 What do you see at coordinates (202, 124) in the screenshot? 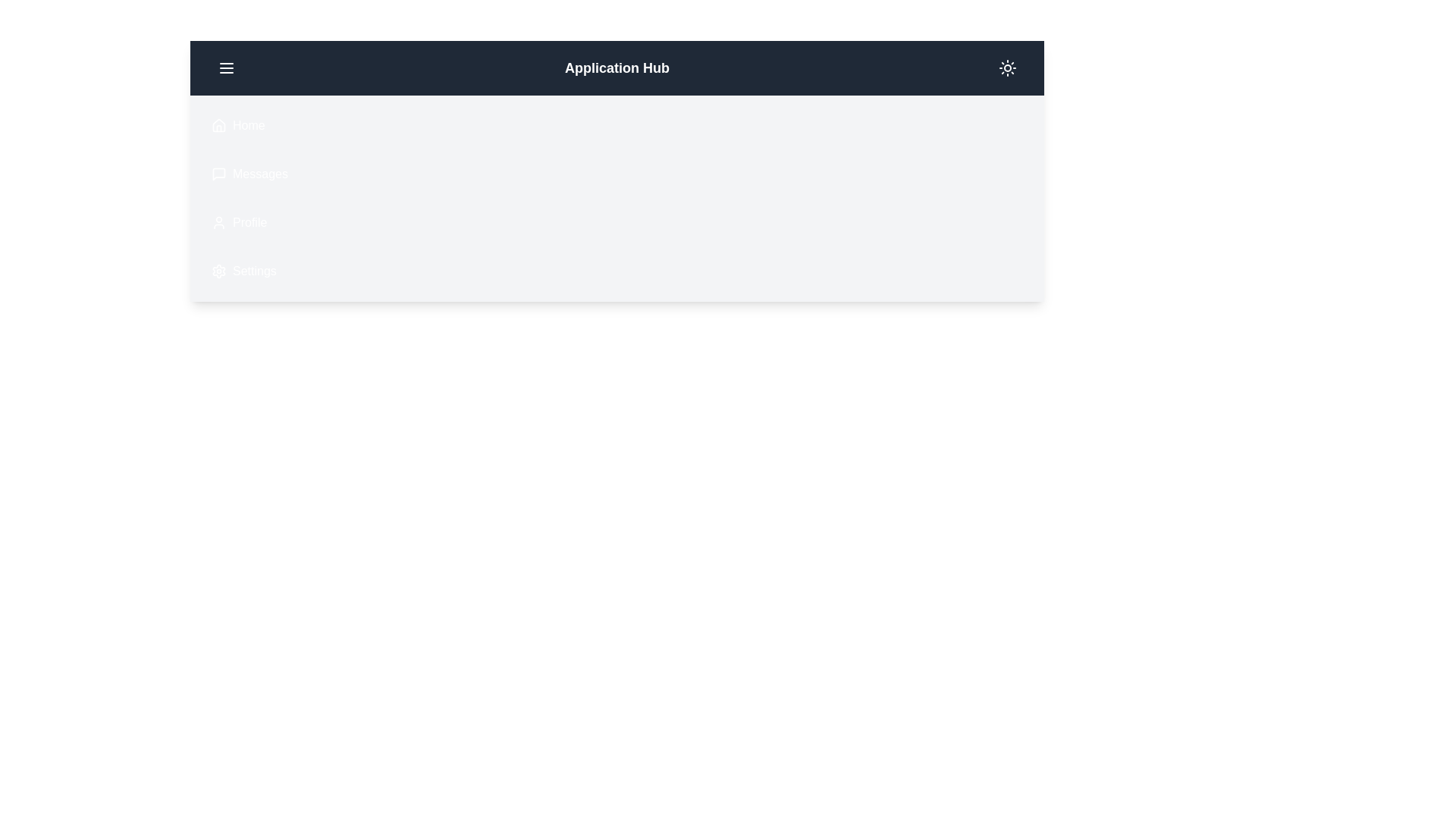
I see `the navigation item Home` at bounding box center [202, 124].